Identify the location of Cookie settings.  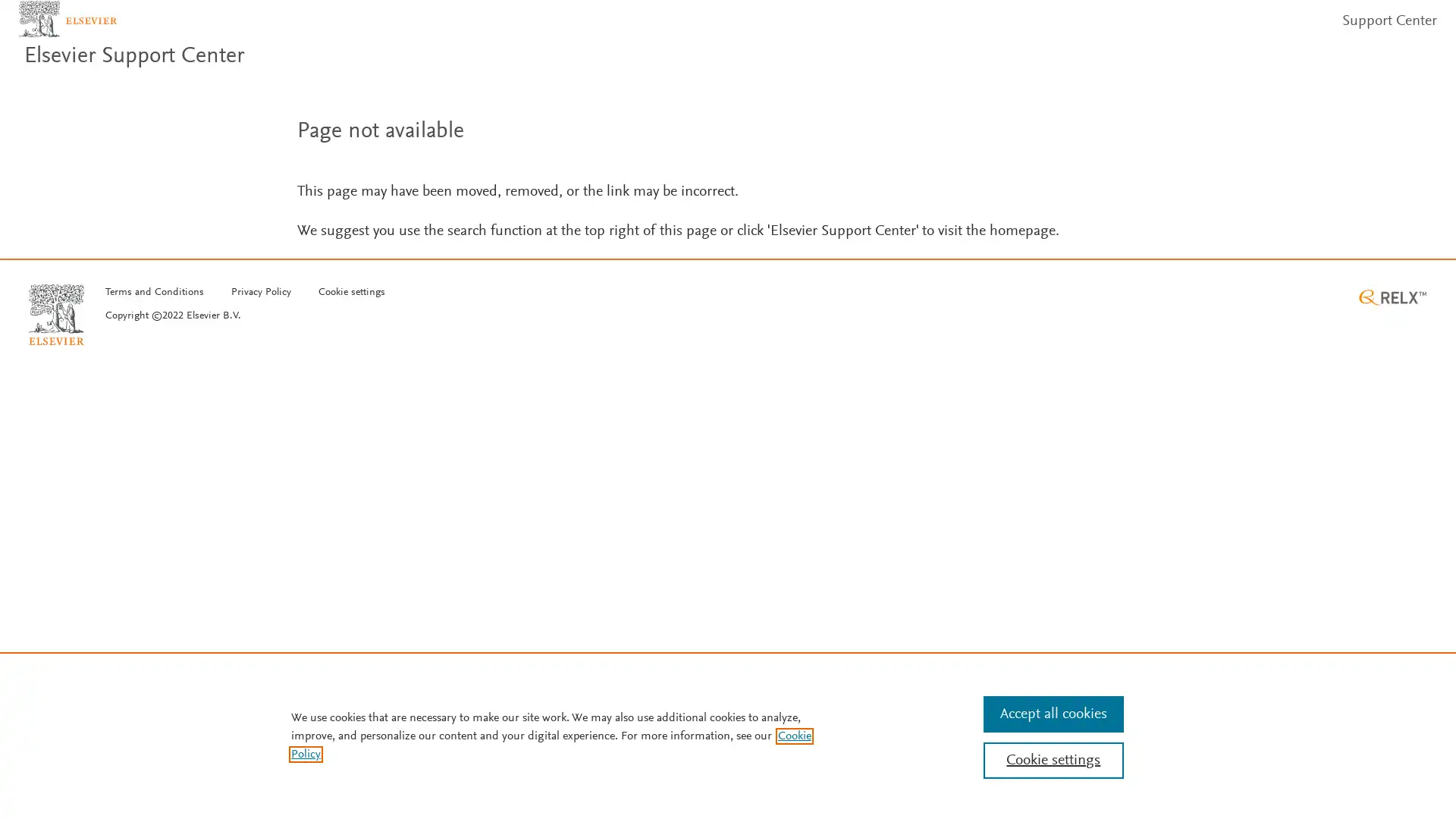
(350, 315).